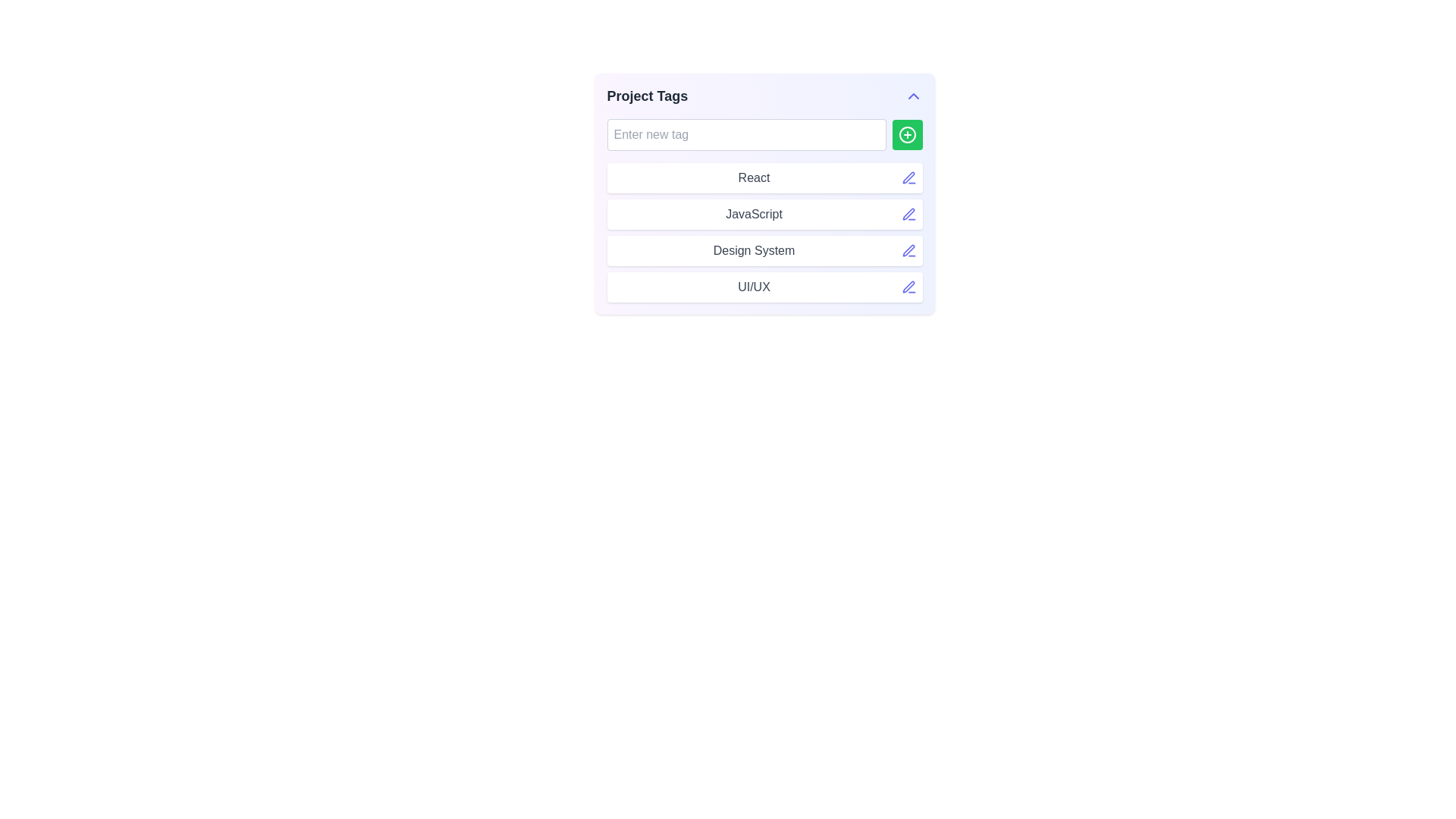 This screenshot has height=819, width=1456. What do you see at coordinates (907, 133) in the screenshot?
I see `the green circular button located to the right of the 'Enter new tag' text input` at bounding box center [907, 133].